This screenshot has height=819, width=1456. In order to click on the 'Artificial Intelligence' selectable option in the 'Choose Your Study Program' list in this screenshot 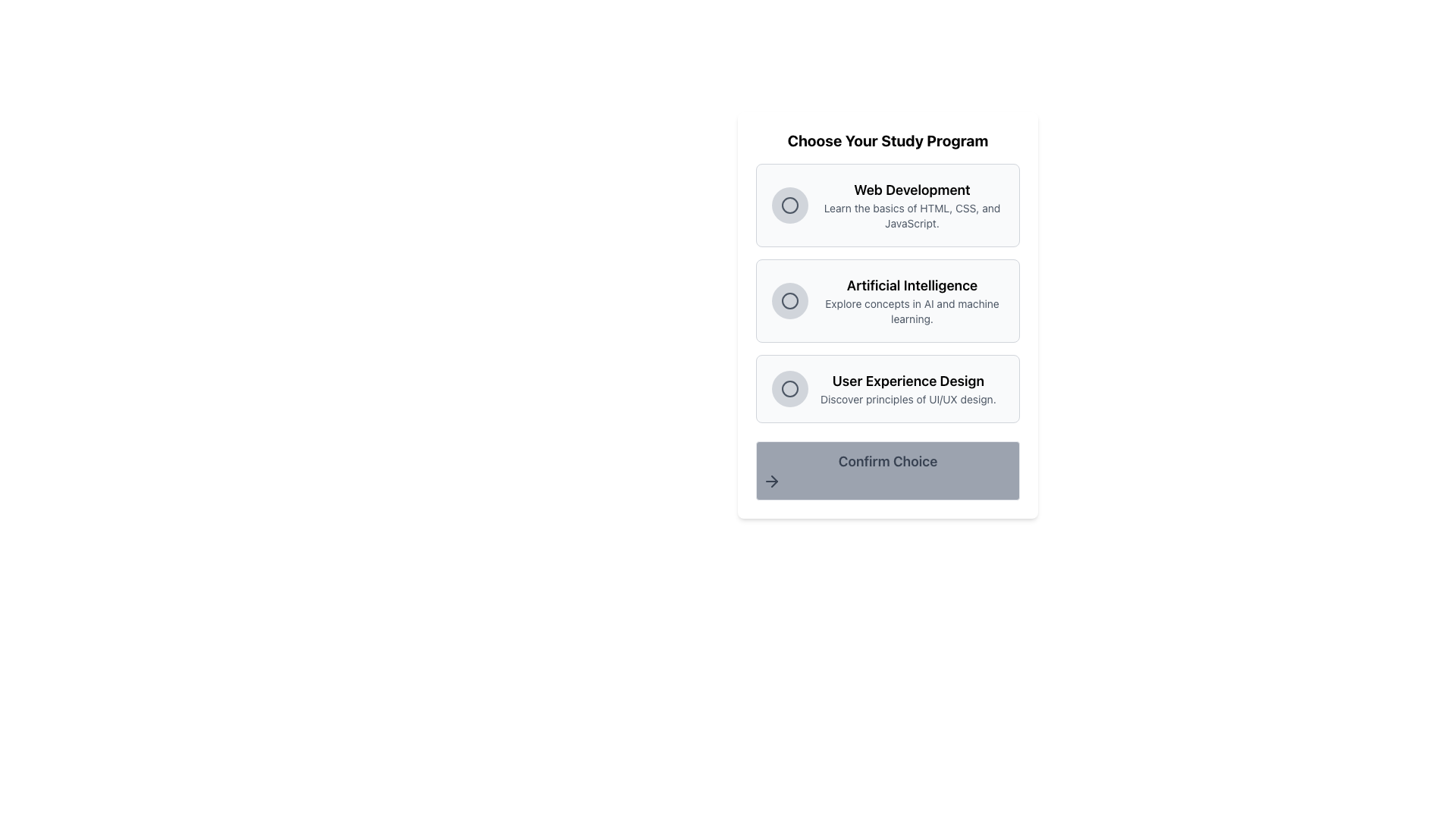, I will do `click(888, 315)`.